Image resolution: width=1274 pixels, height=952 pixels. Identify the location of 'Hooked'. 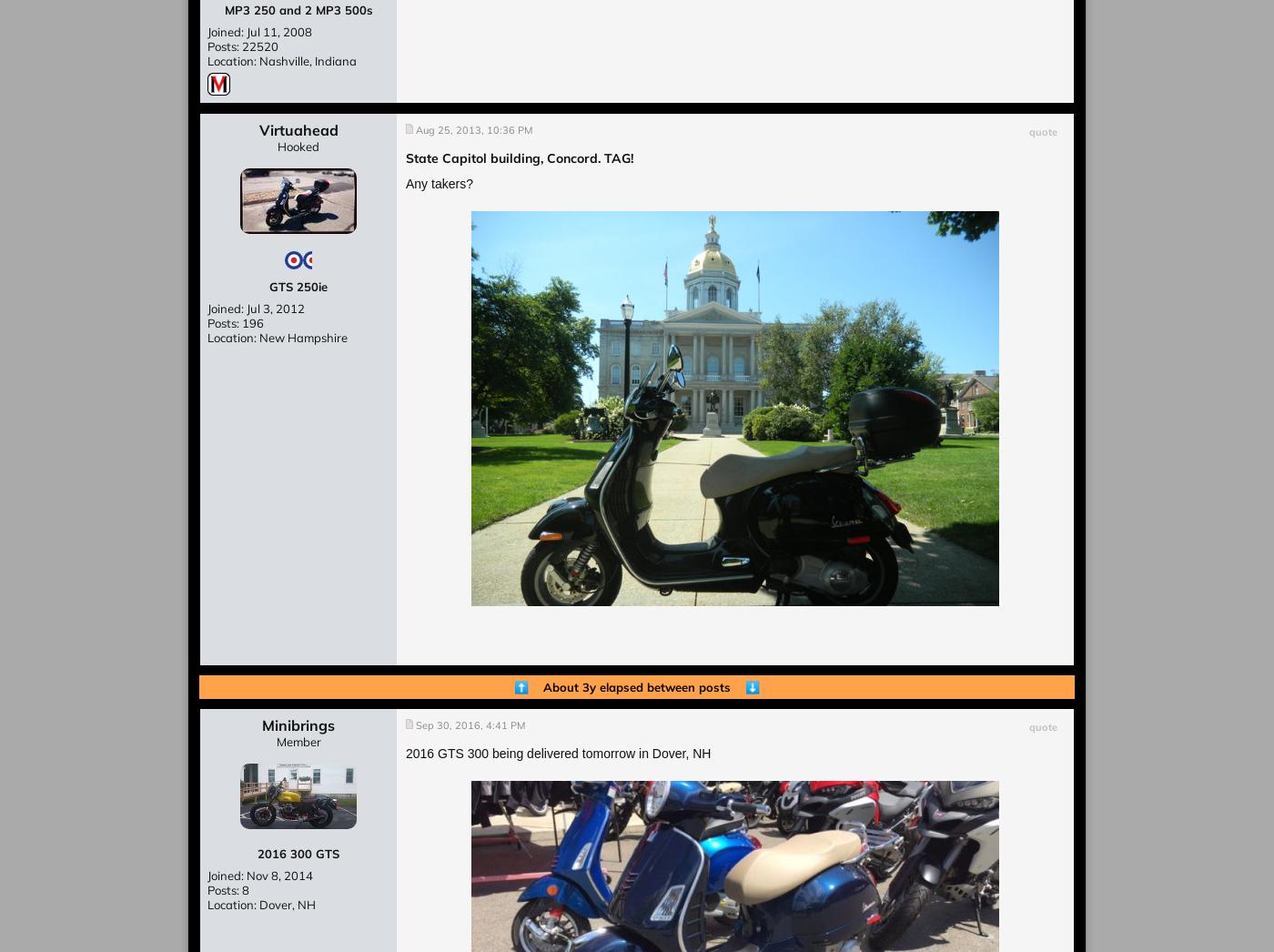
(298, 146).